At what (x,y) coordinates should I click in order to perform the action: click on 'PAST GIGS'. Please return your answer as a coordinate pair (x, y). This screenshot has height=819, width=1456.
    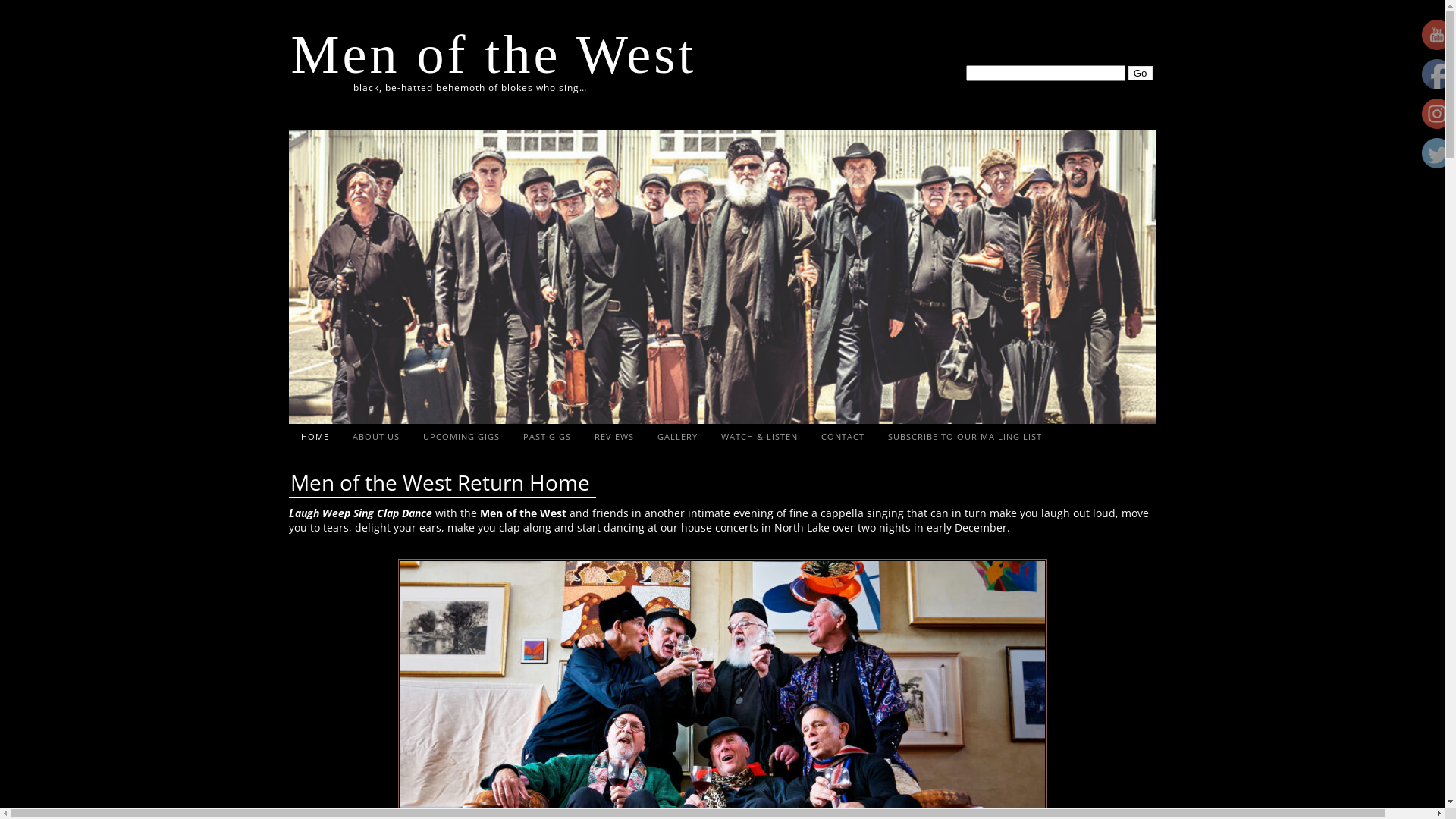
    Looking at the image, I should click on (546, 435).